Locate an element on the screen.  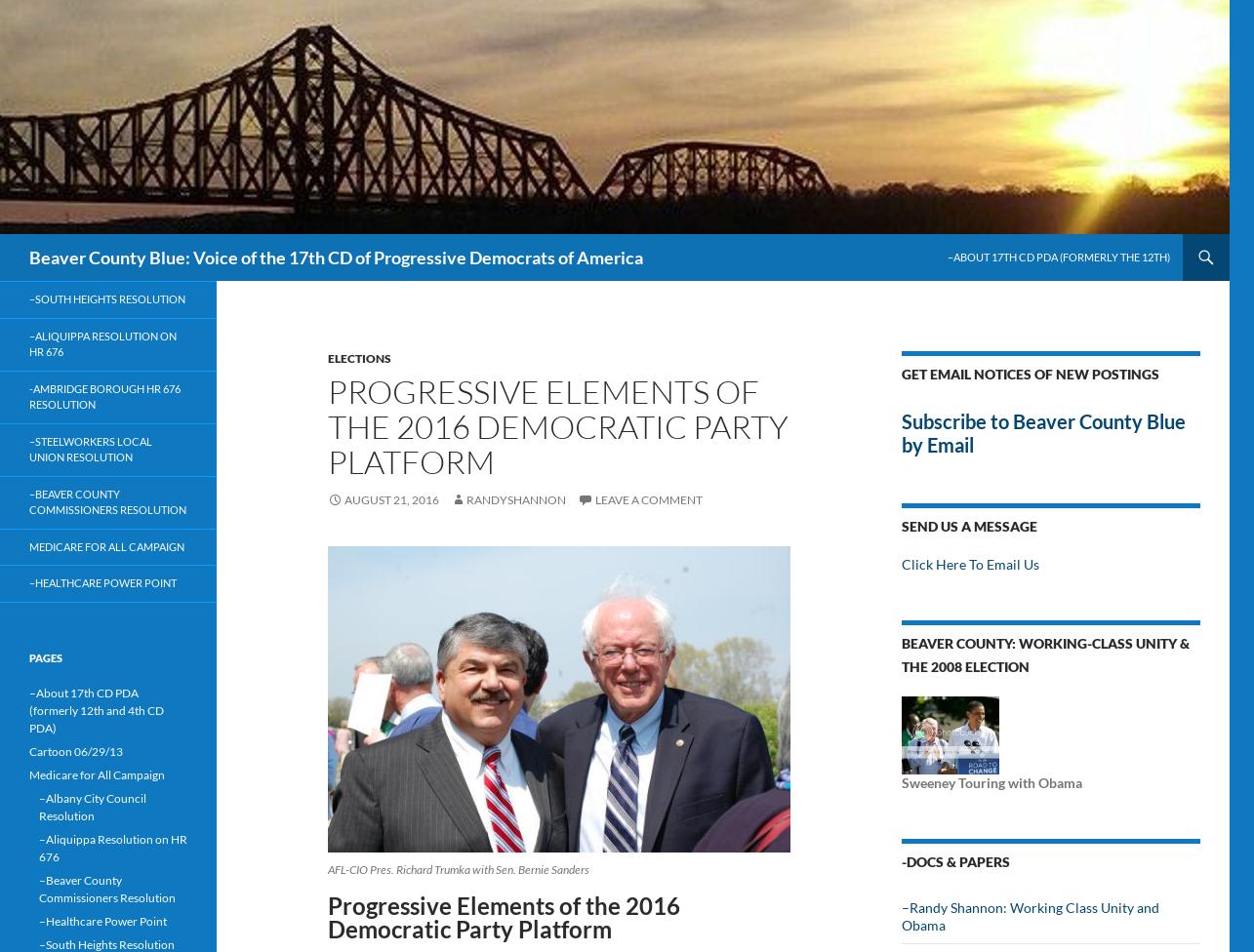
'elections' is located at coordinates (358, 357).